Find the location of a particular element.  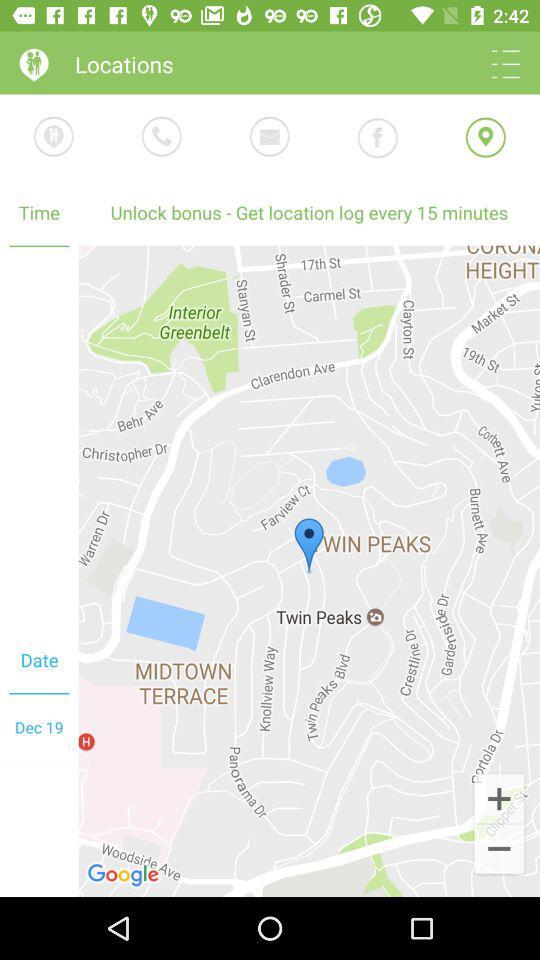

item on the left is located at coordinates (39, 437).